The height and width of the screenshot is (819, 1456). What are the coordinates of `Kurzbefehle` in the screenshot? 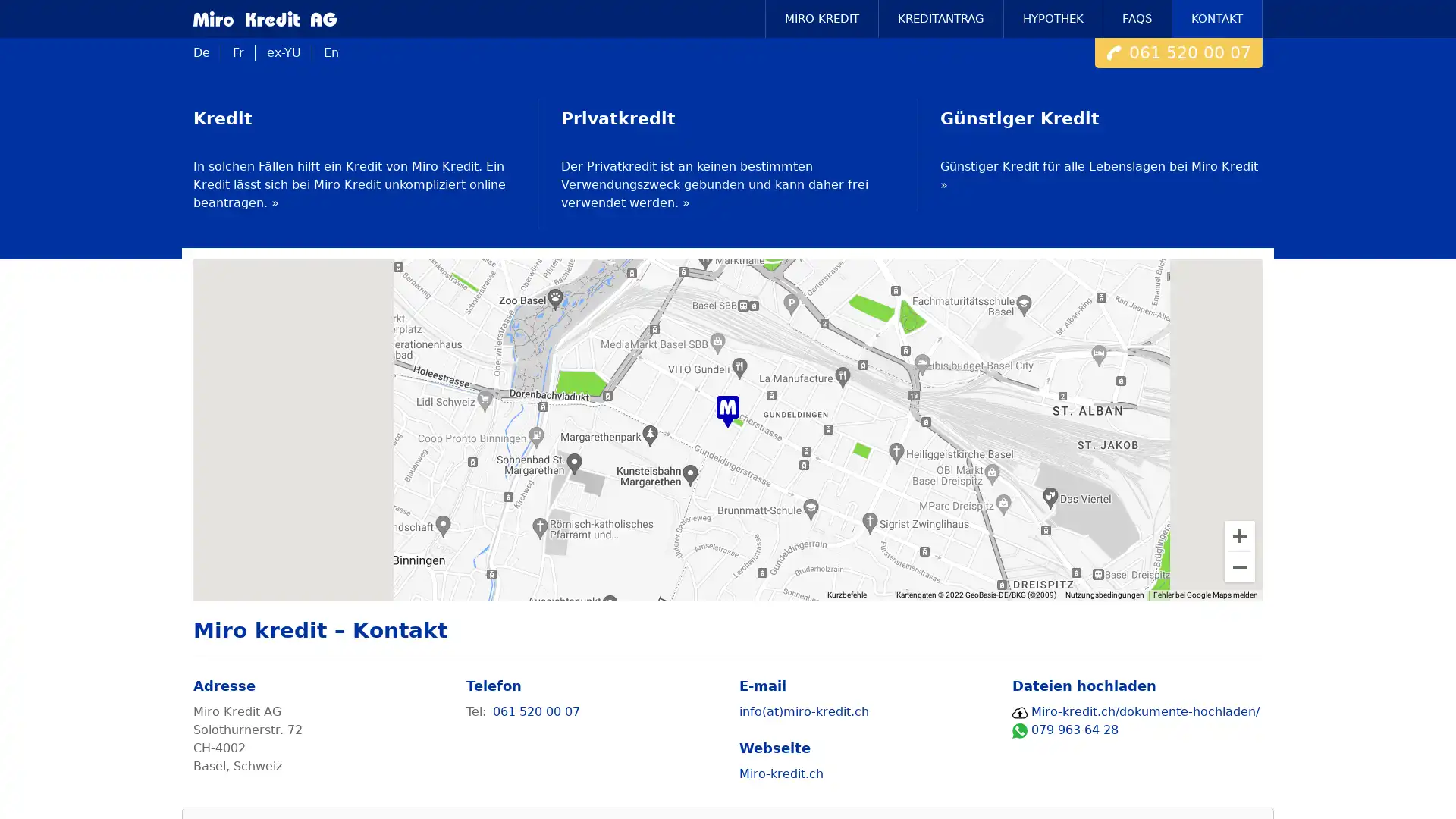 It's located at (867, 593).